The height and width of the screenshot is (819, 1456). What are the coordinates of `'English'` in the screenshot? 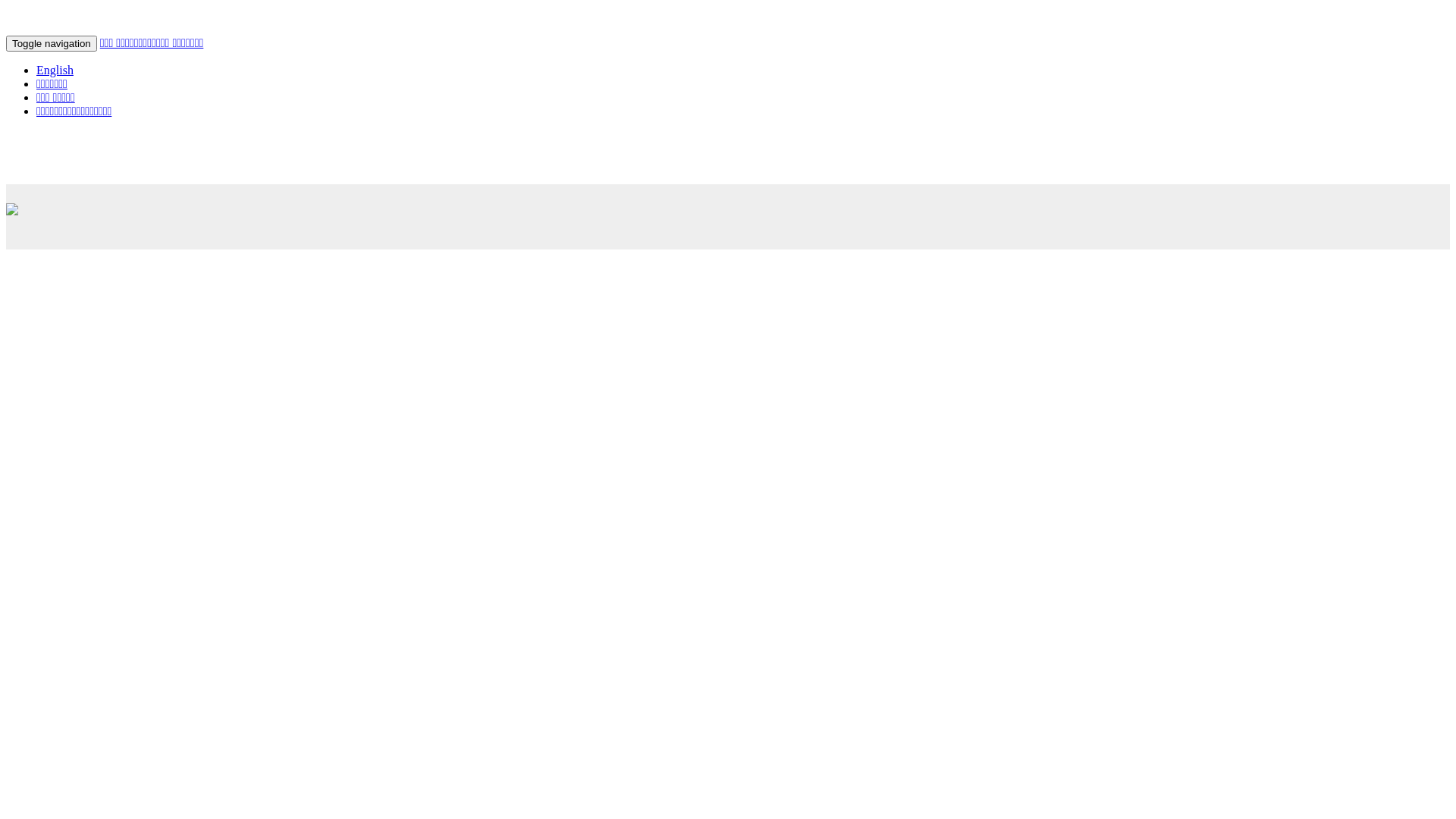 It's located at (36, 70).